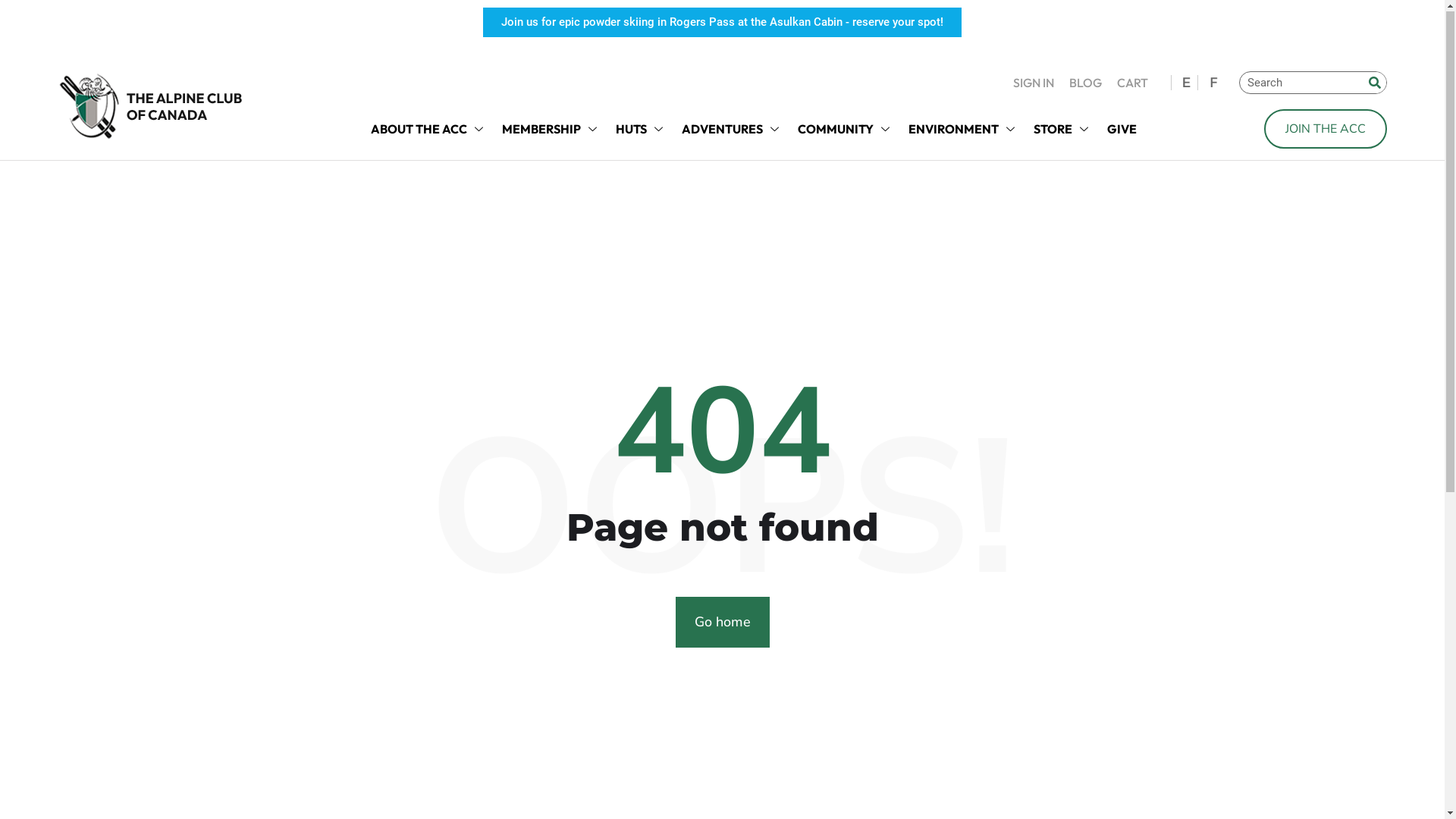  I want to click on 'French', so click(1211, 83).